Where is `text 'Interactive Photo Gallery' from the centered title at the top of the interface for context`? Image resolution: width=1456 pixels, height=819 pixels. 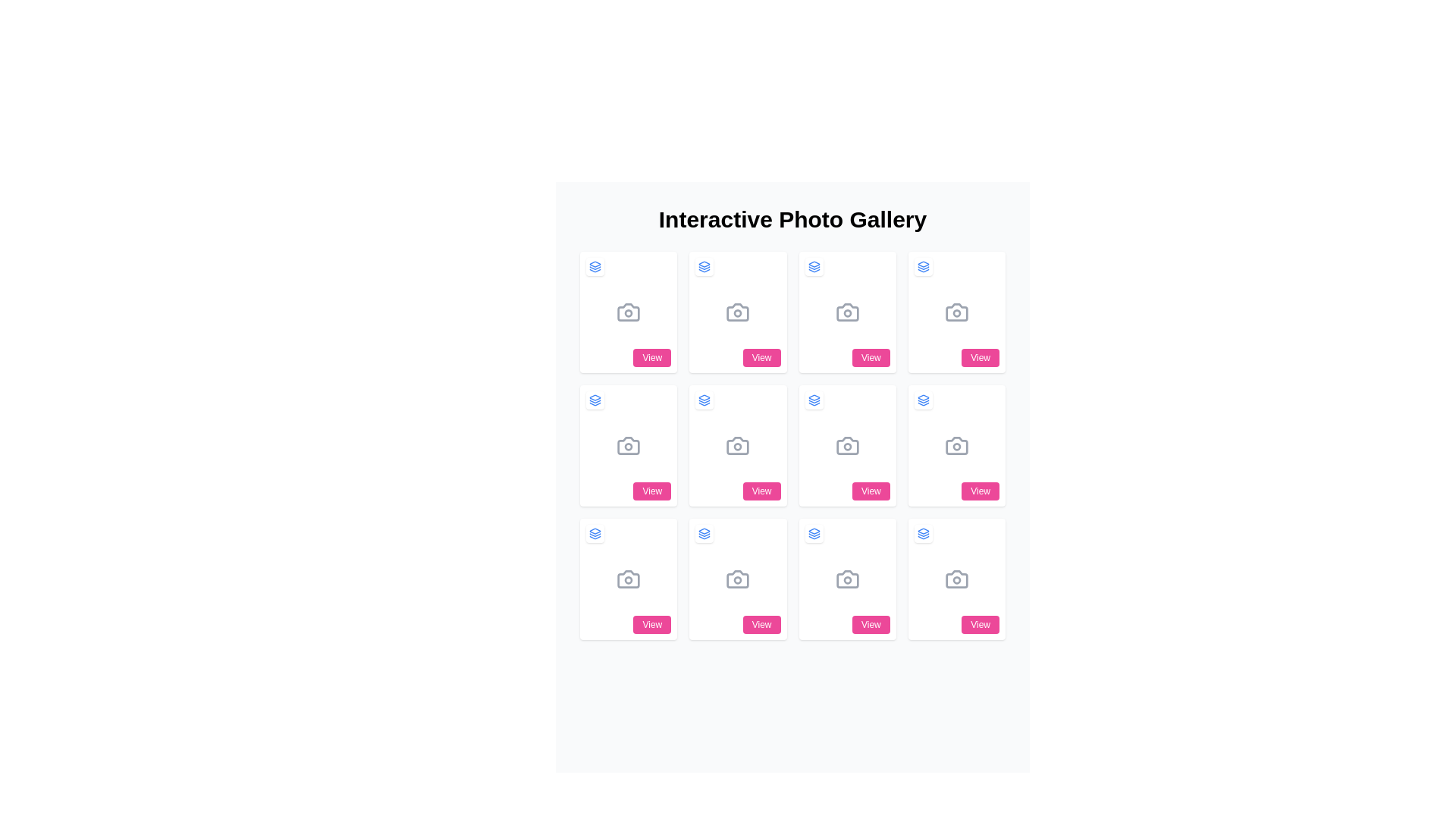
text 'Interactive Photo Gallery' from the centered title at the top of the interface for context is located at coordinates (792, 219).